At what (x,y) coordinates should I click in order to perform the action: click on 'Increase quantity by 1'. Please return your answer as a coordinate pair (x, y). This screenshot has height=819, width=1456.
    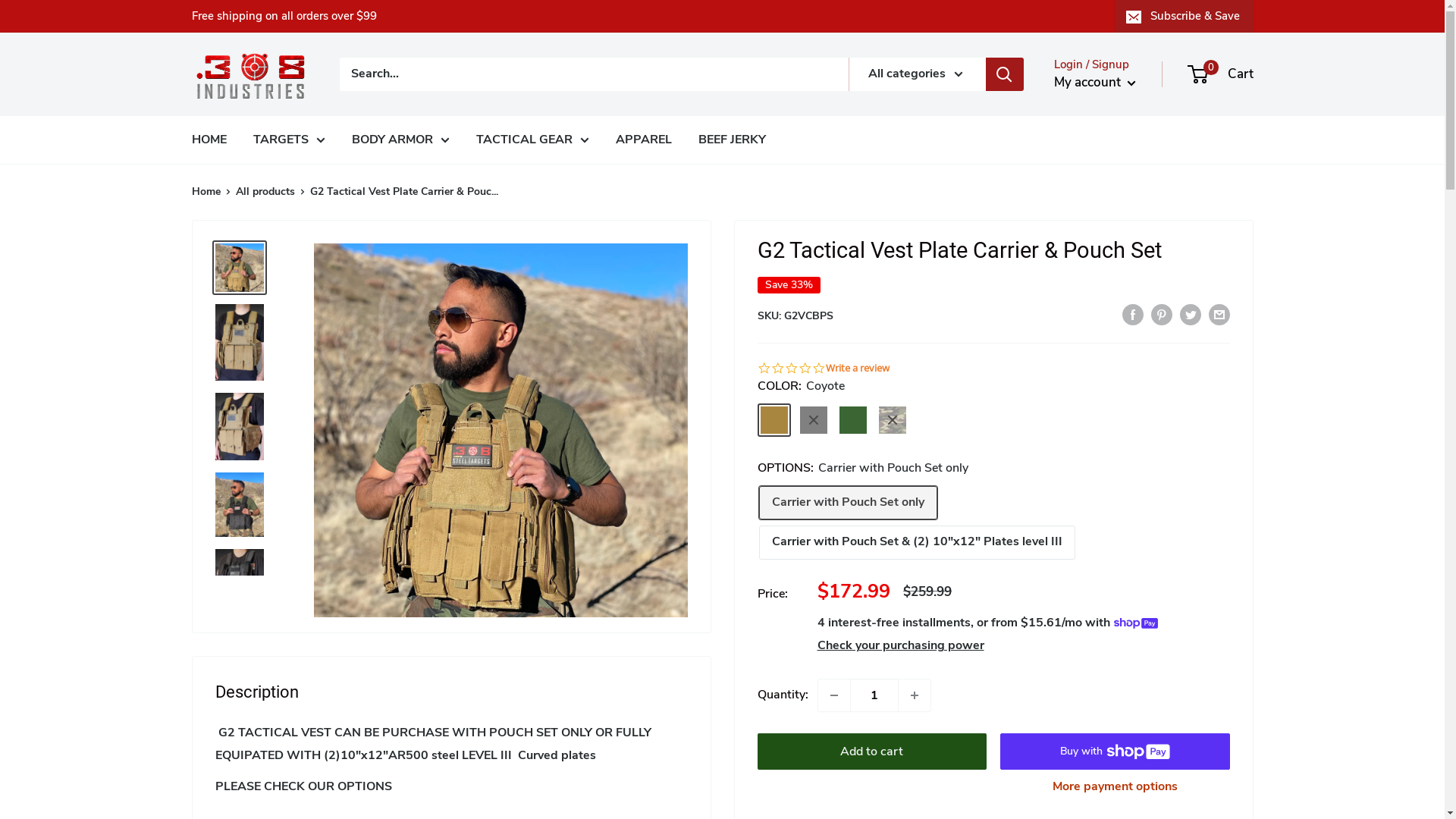
    Looking at the image, I should click on (912, 695).